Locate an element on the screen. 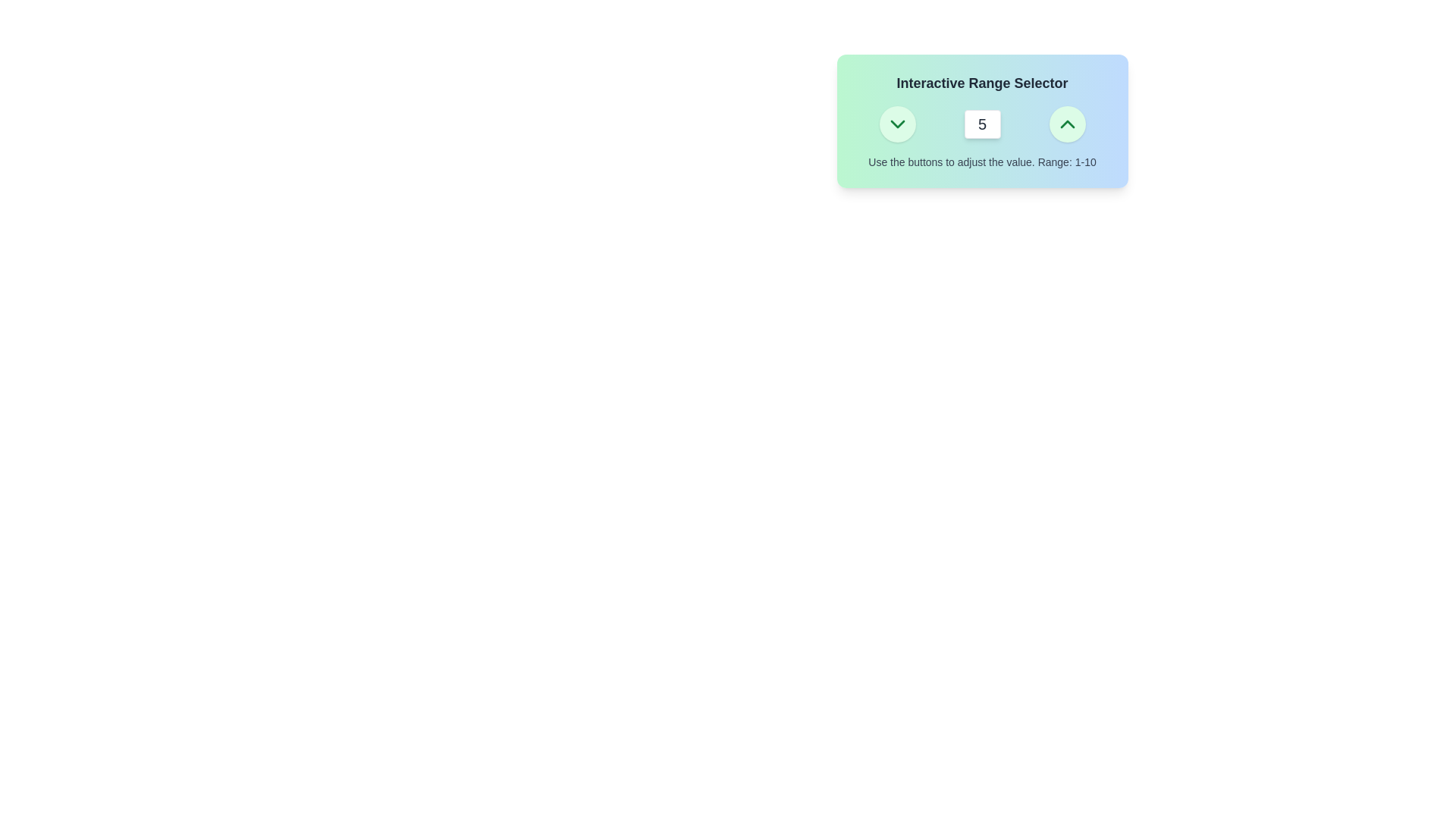 The width and height of the screenshot is (1456, 819). the icon that indicates an action for decreasing a value or collapsing an expanded section, located on the far right of the 'Interactive Range Selector' component, adjacent is located at coordinates (897, 124).